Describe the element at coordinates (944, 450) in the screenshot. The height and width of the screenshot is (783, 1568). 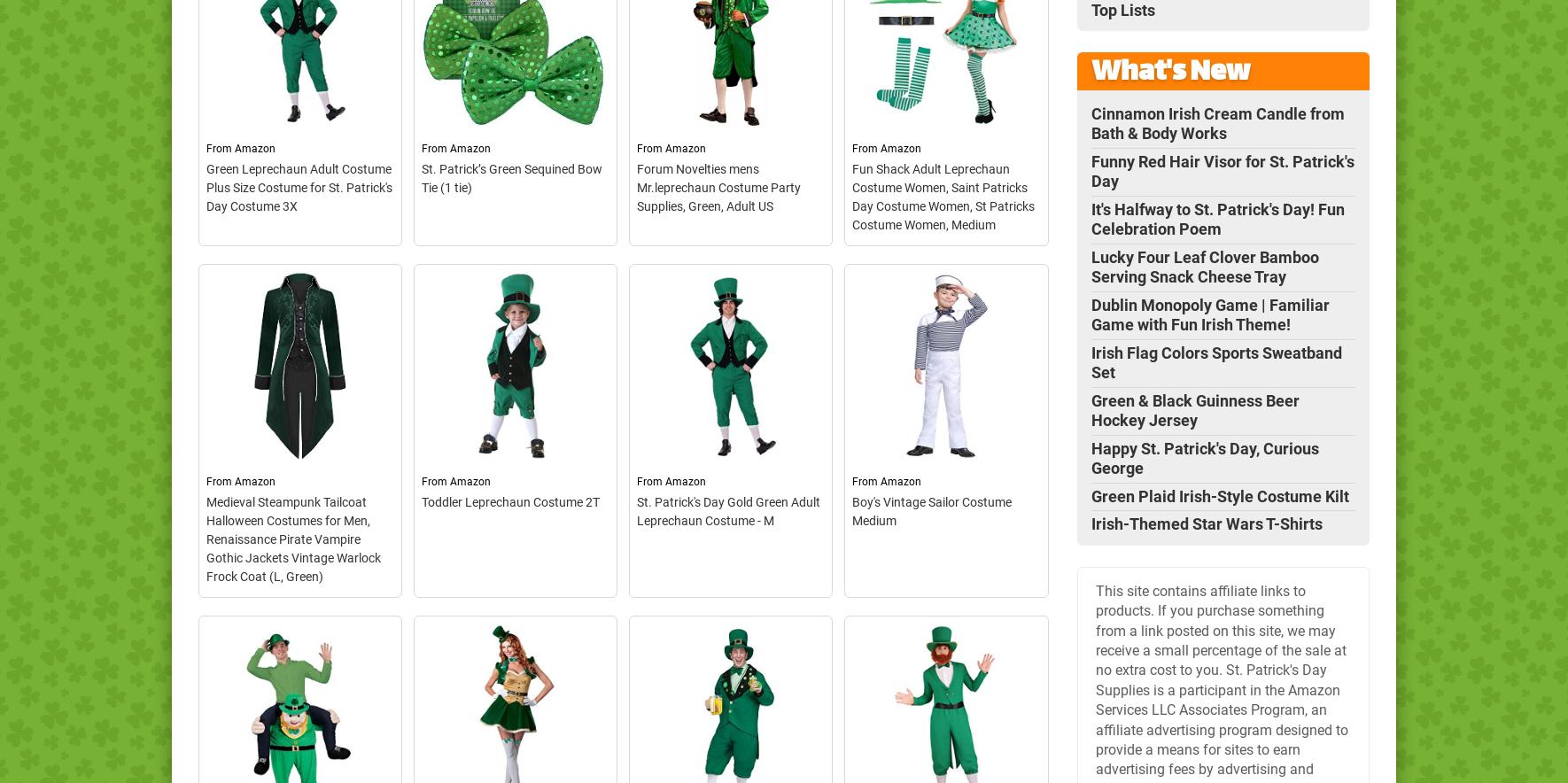
I see `'–    St patricks day women costume includes a green clover-print dress, striped knee-high socks and a large green top hat.; Available in sizes Small 4-6, Medium 8-10,...'` at that location.